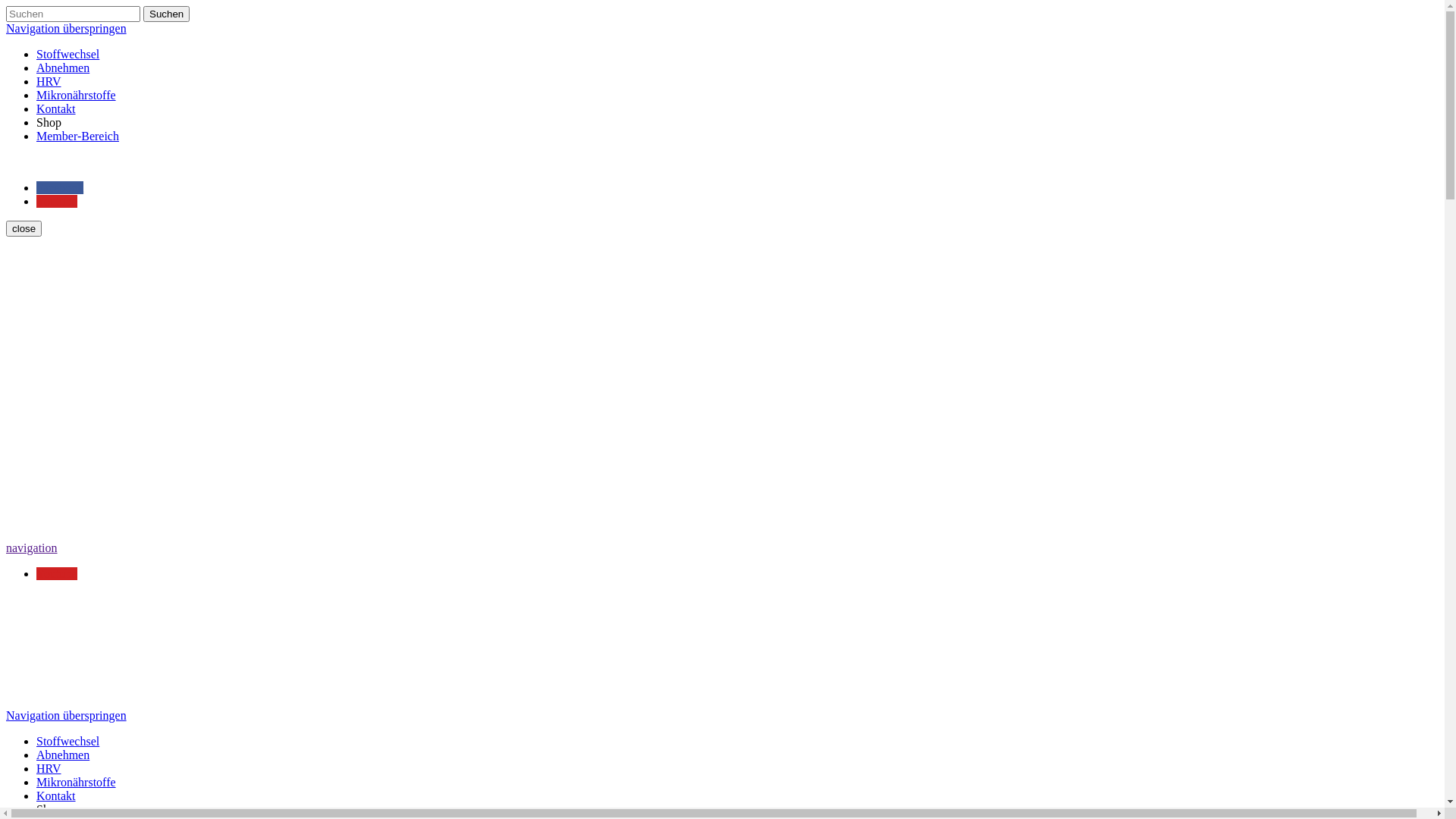  I want to click on 'Kontakt', so click(55, 108).